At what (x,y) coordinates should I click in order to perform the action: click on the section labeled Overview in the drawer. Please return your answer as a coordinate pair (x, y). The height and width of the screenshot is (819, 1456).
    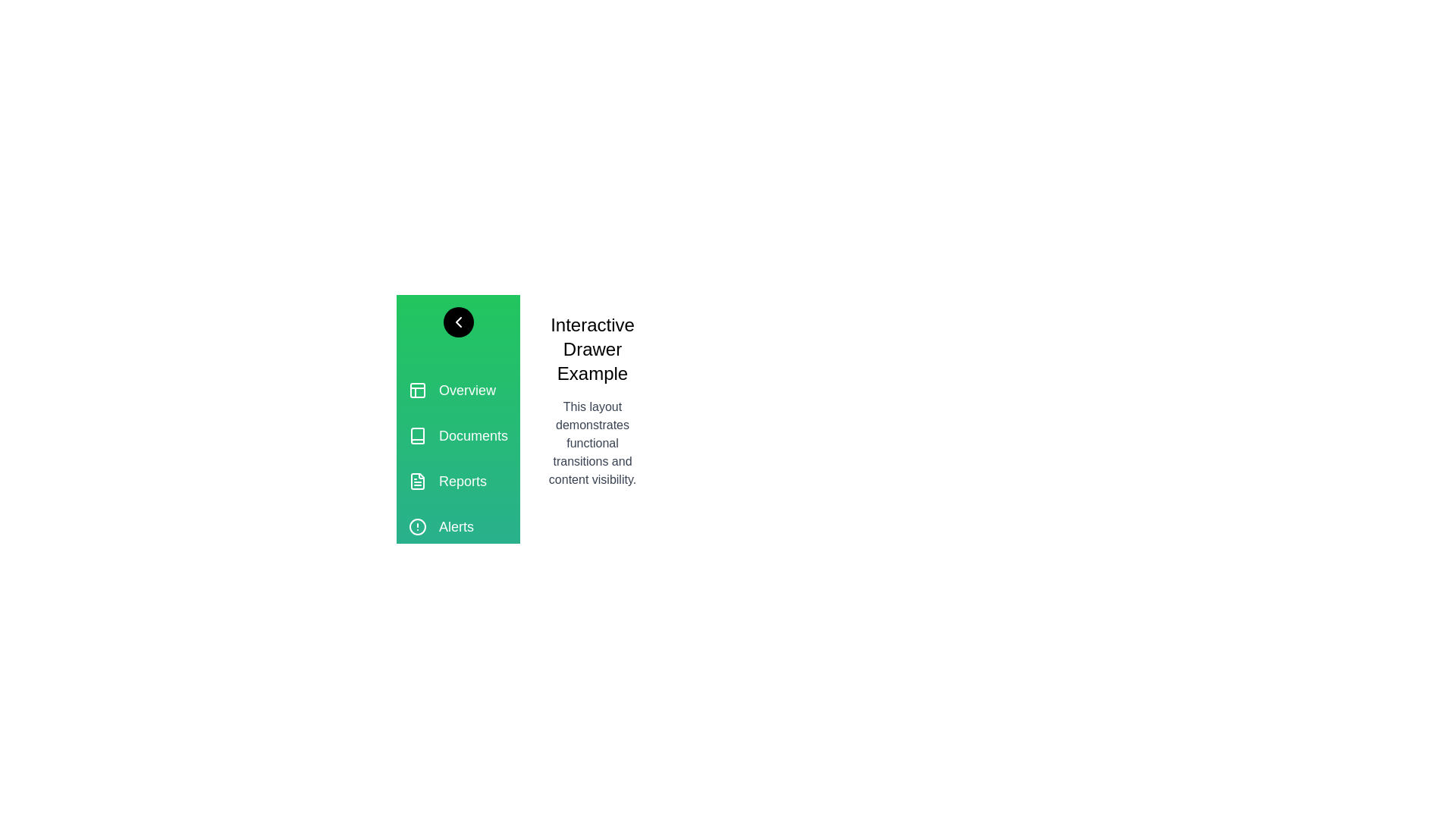
    Looking at the image, I should click on (457, 390).